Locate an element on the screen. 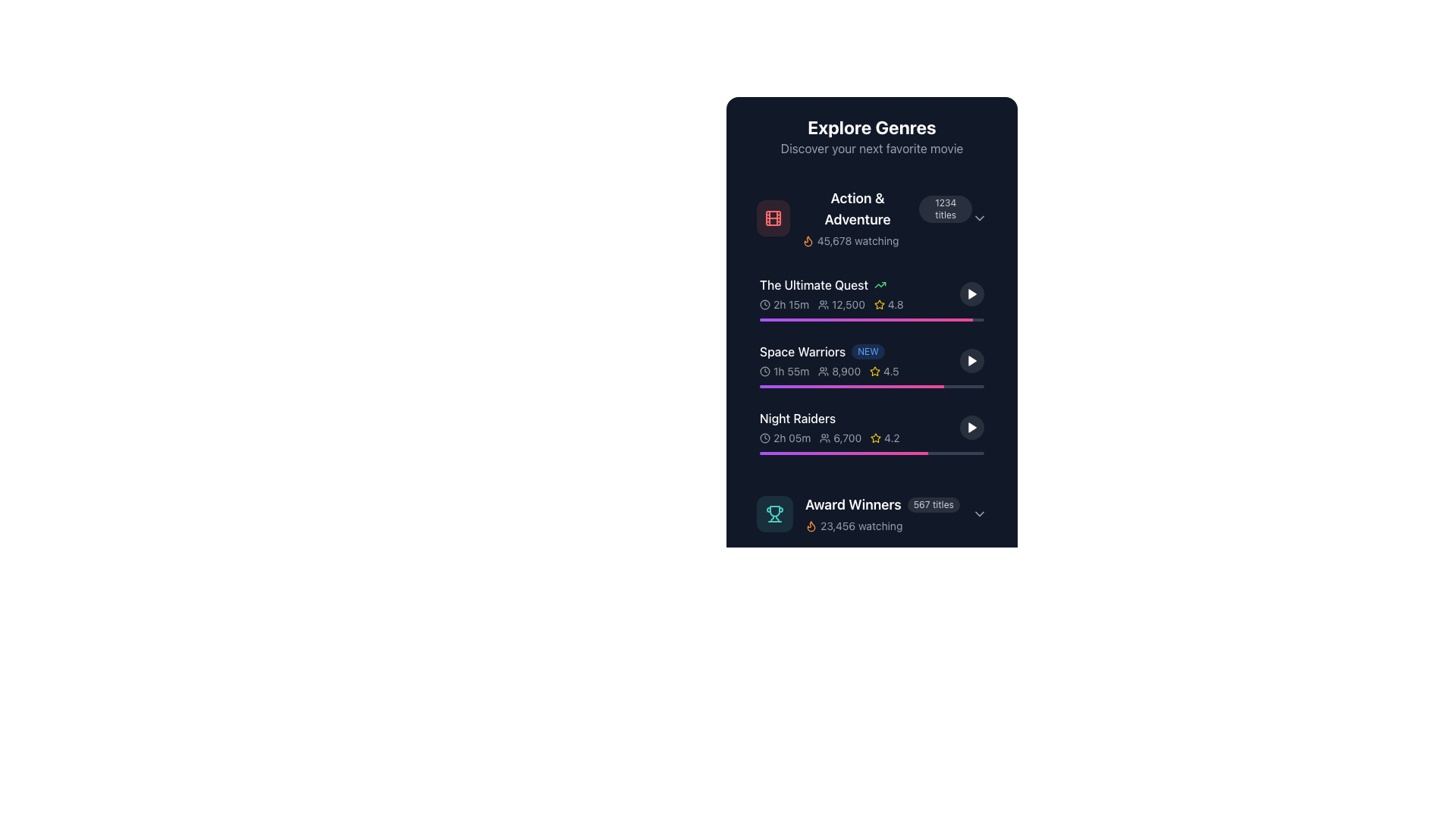  the upward trending green arrow icon located to the right of the title 'The Ultimate Quest' in the 'Explore Genres' list is located at coordinates (880, 284).